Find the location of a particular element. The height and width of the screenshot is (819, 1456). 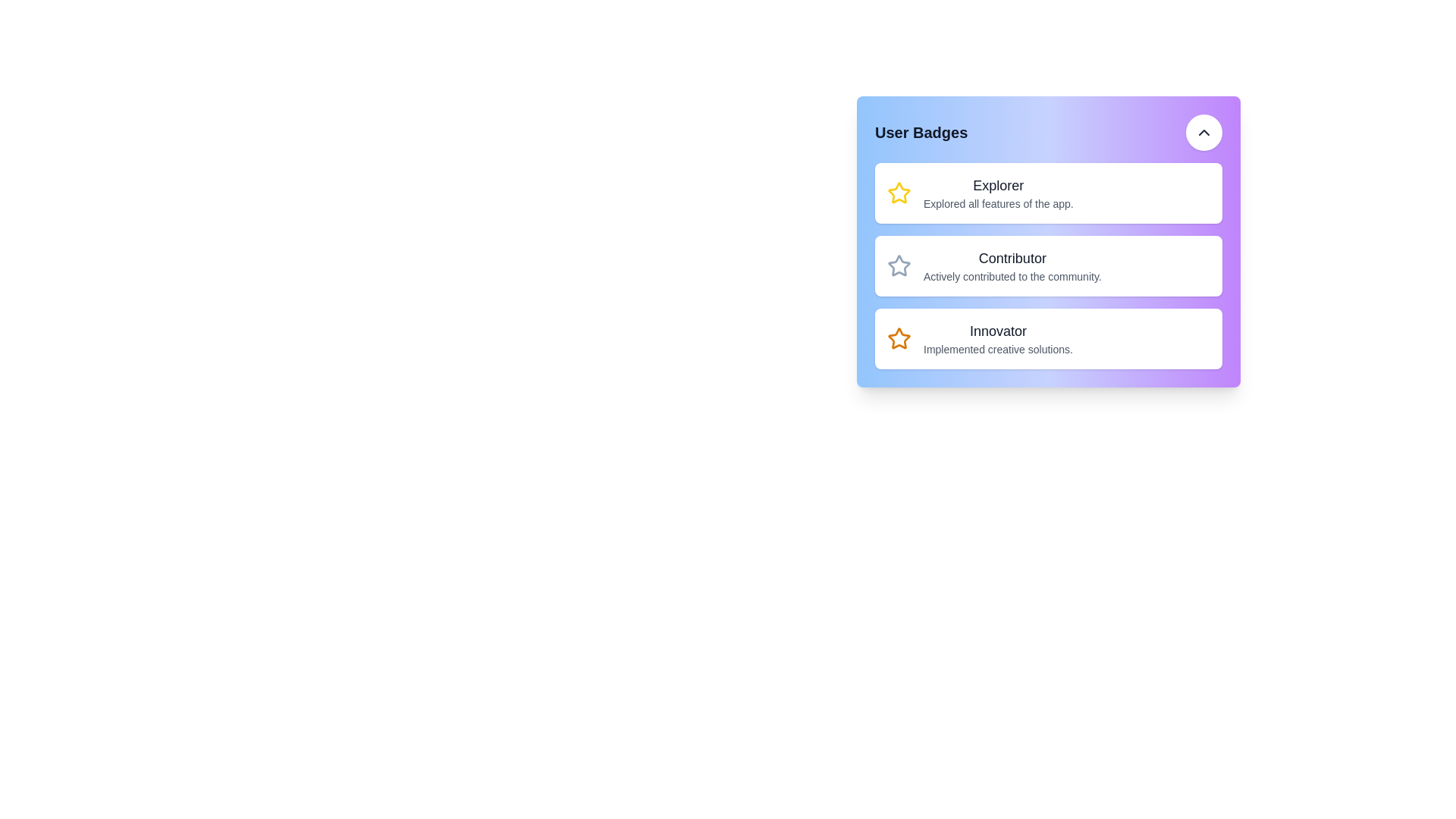

the 'Innovator' badge title text label, which is centered inside the badge component and positioned below the 'Contributor' badge in the 'User Badges' section is located at coordinates (998, 330).